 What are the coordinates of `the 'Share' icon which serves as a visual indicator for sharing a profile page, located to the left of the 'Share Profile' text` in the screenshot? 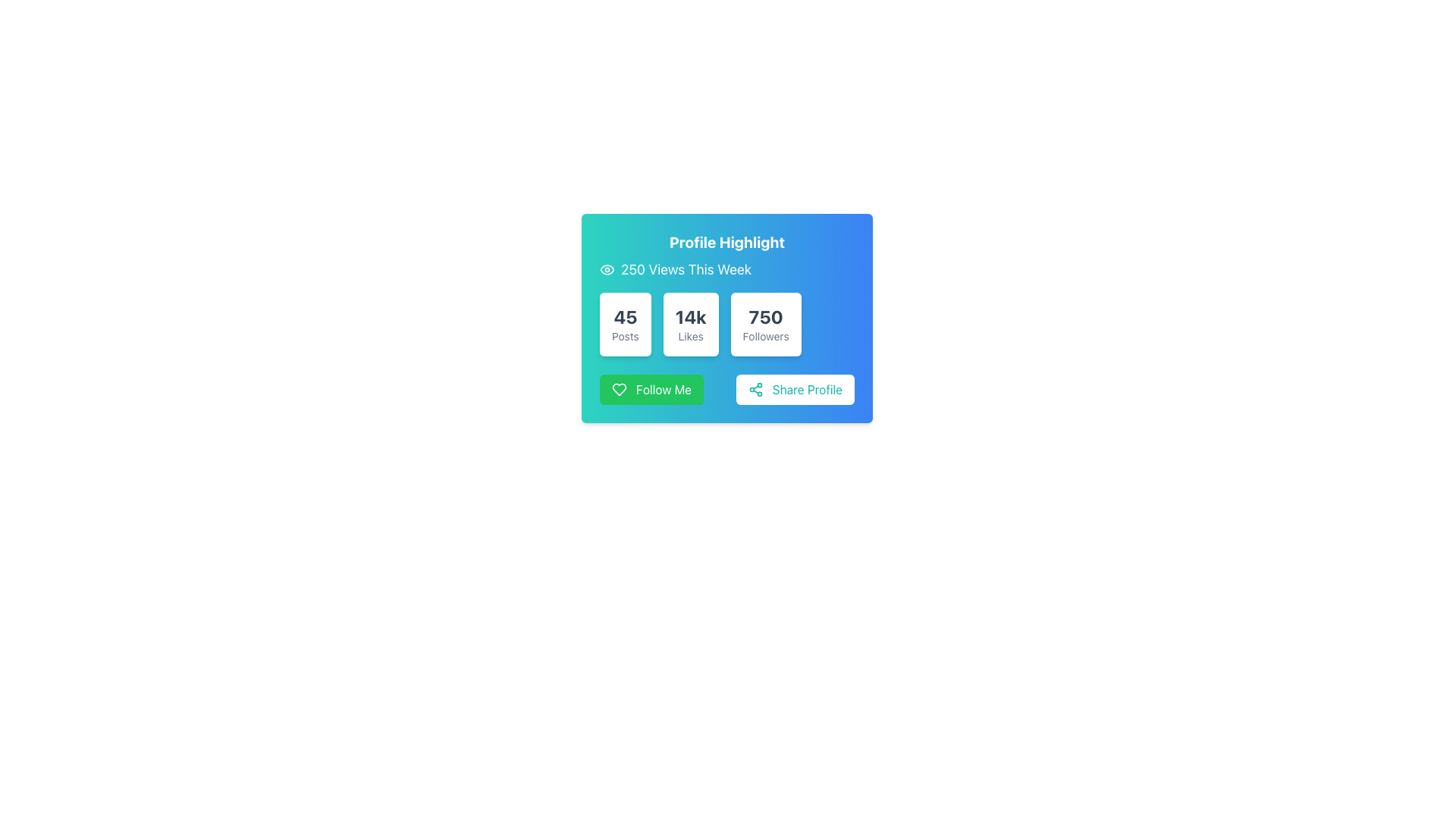 It's located at (755, 388).